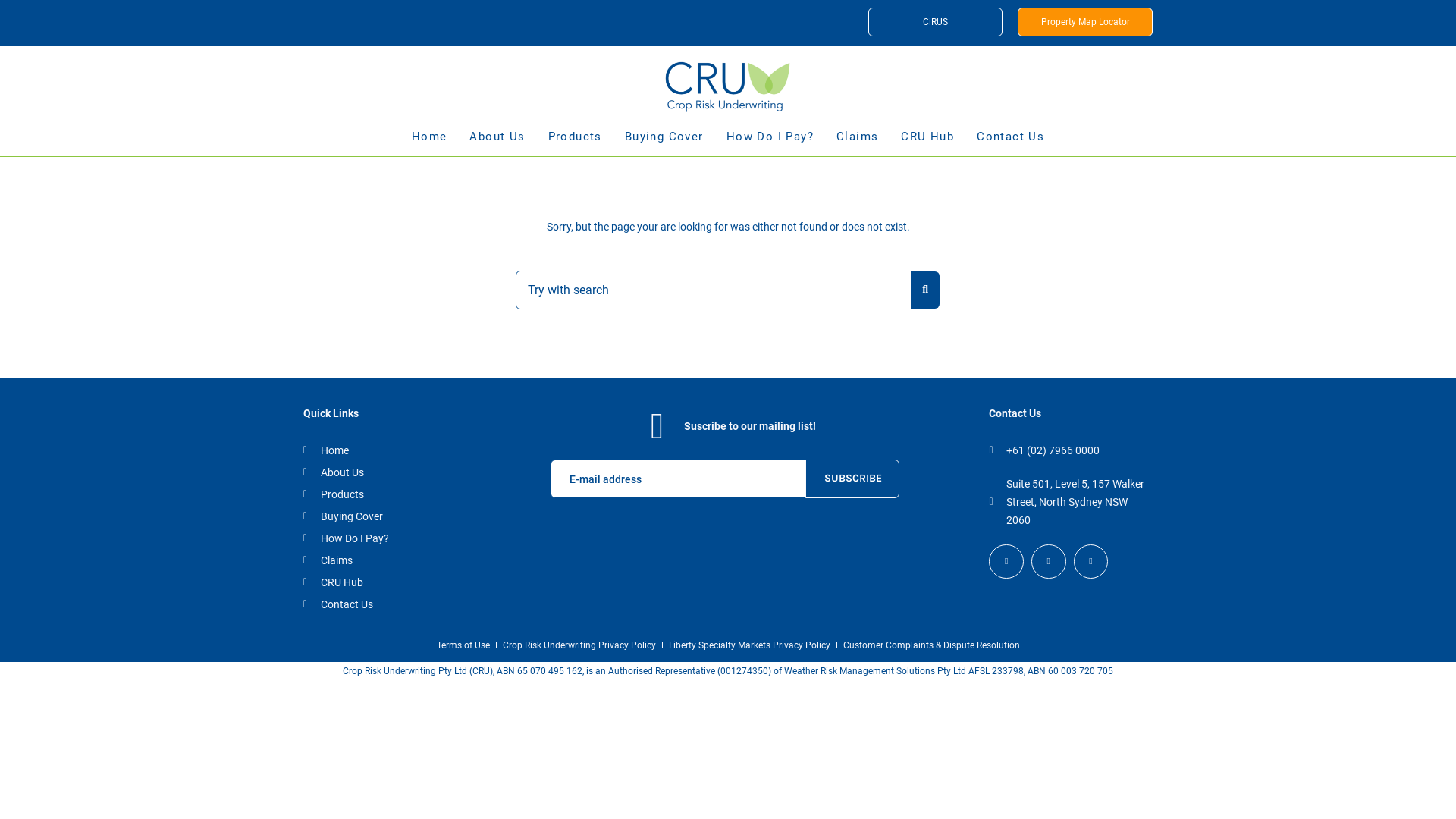  Describe the element at coordinates (382, 516) in the screenshot. I see `'Buying Cover'` at that location.